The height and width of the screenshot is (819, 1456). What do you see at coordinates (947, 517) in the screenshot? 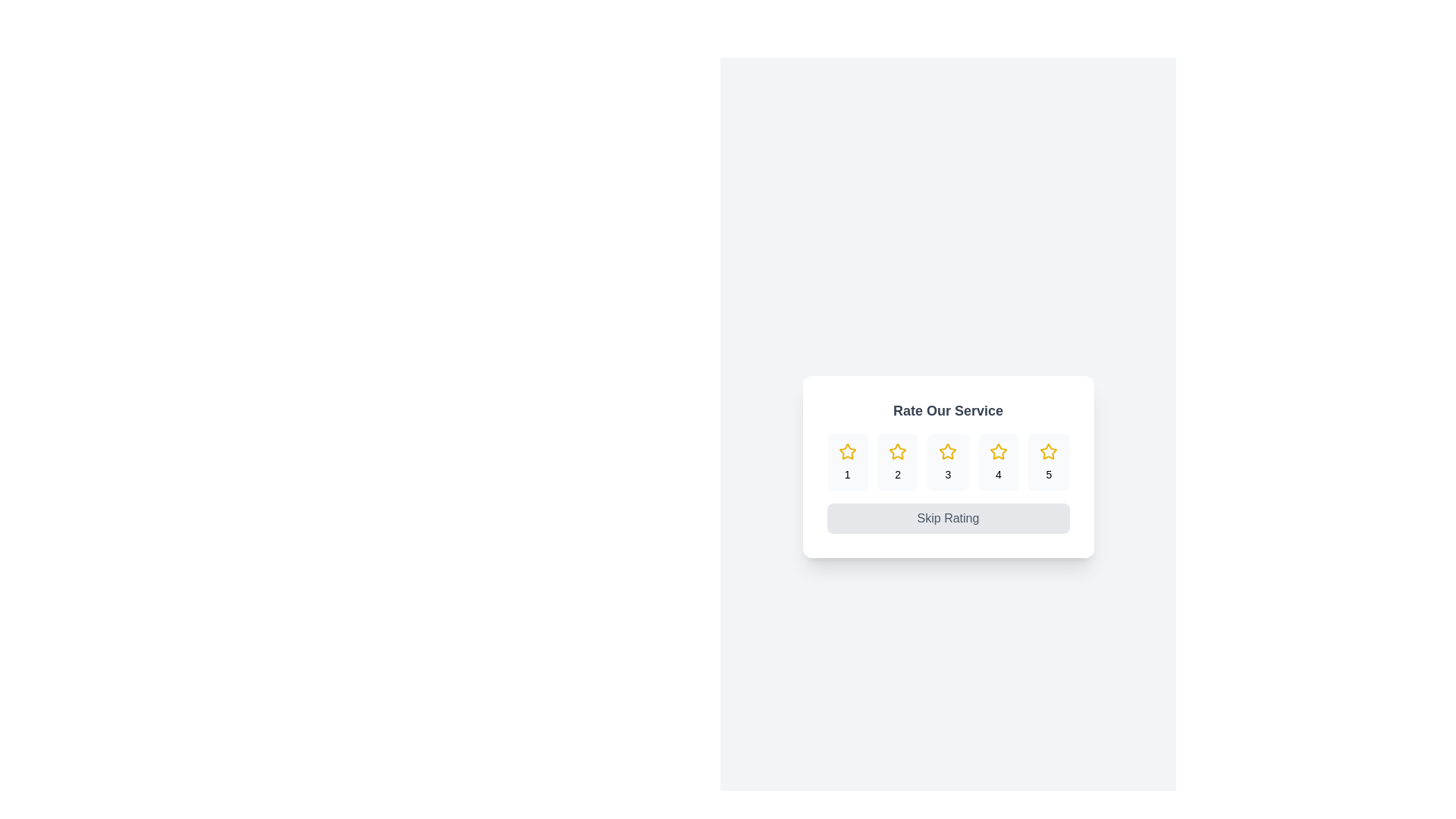
I see `the 'Skip Rating' button to skip the rating process` at bounding box center [947, 517].